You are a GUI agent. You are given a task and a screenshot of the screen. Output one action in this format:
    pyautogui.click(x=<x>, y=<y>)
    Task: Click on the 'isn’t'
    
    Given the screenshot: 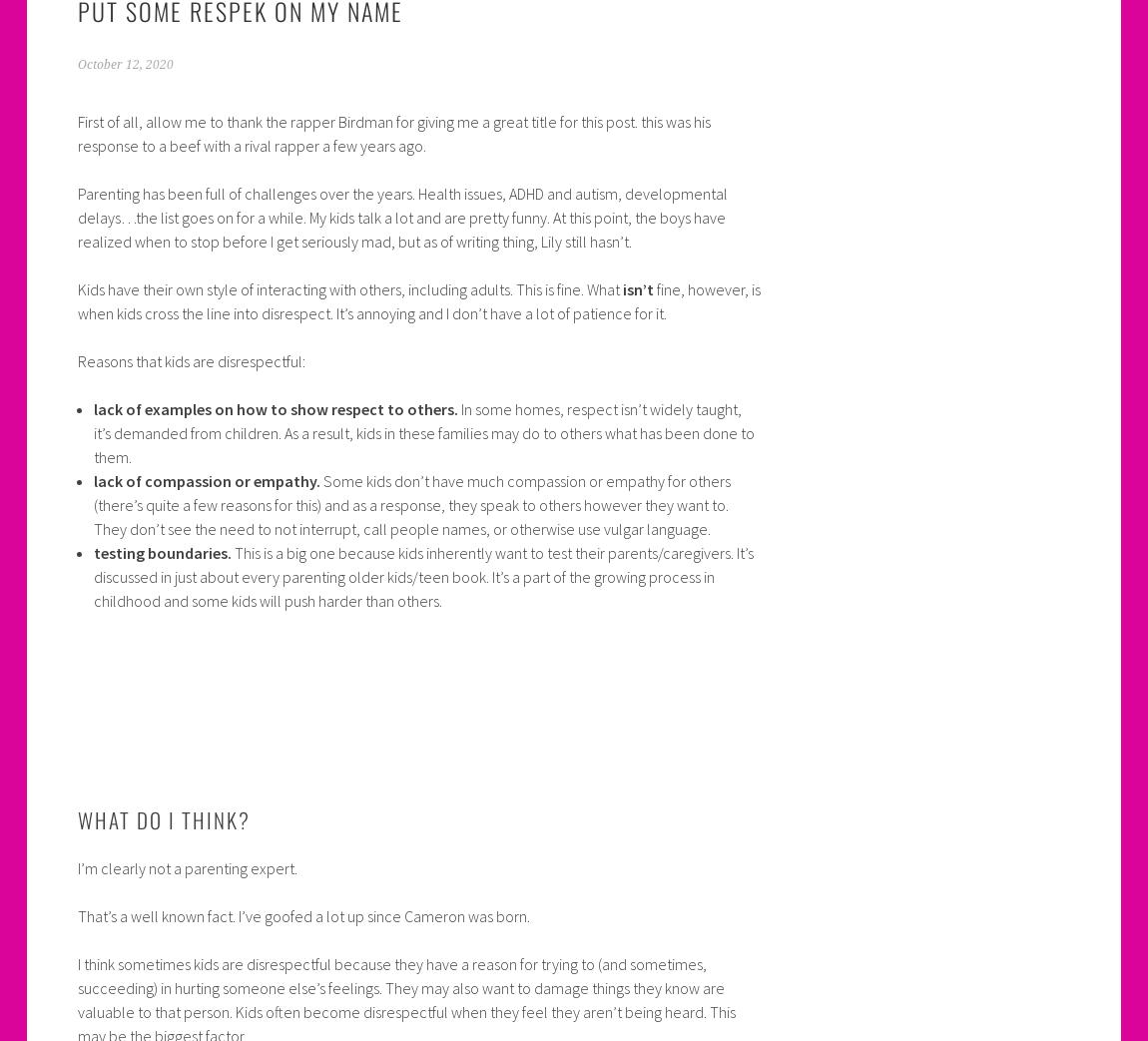 What is the action you would take?
    pyautogui.click(x=636, y=288)
    